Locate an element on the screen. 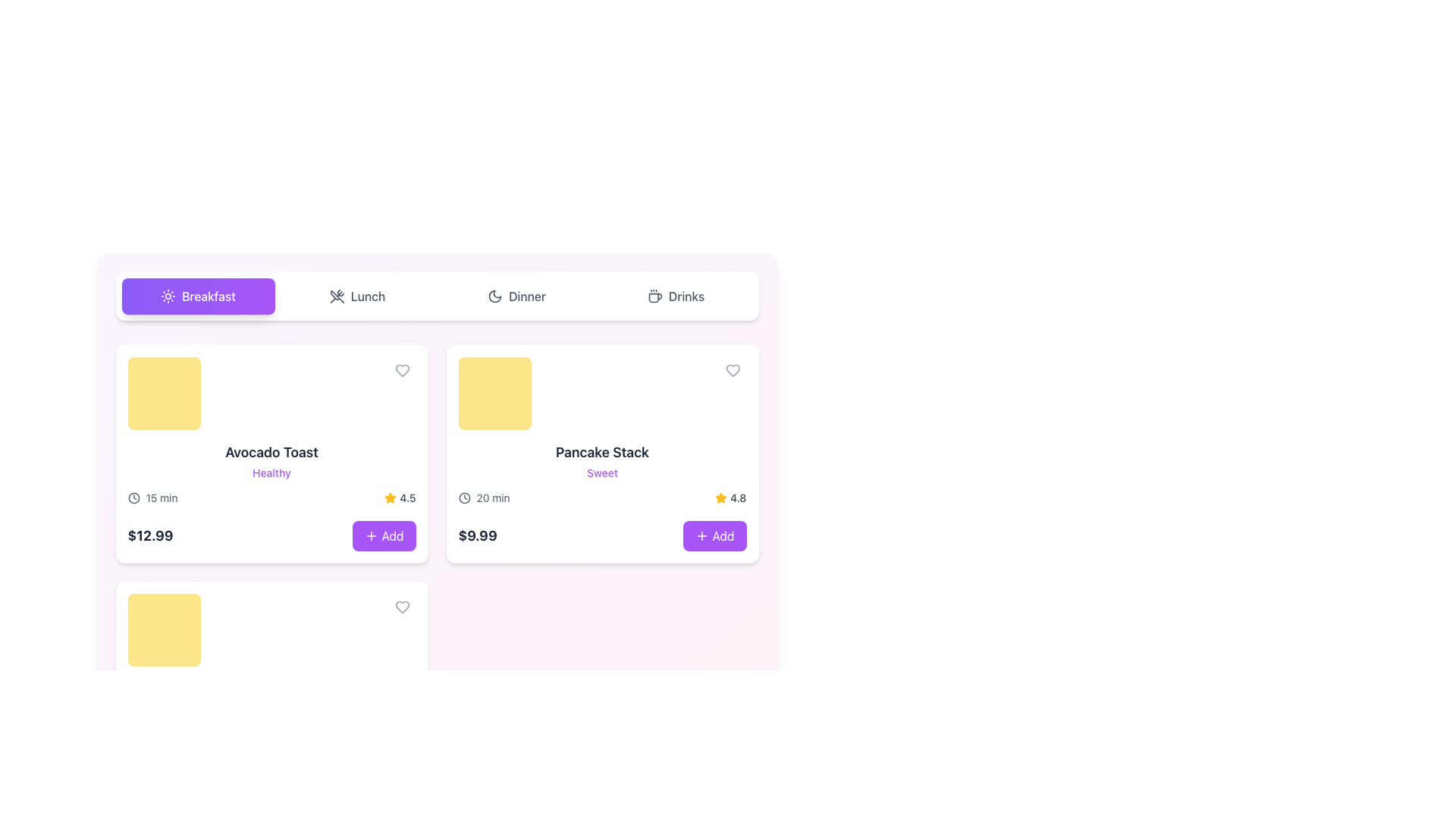 The height and width of the screenshot is (819, 1456). the individual buttons on the navigation bar for selecting meal options such as 'Breakfast', 'Lunch', 'Dinner', and 'Drinks' is located at coordinates (436, 296).